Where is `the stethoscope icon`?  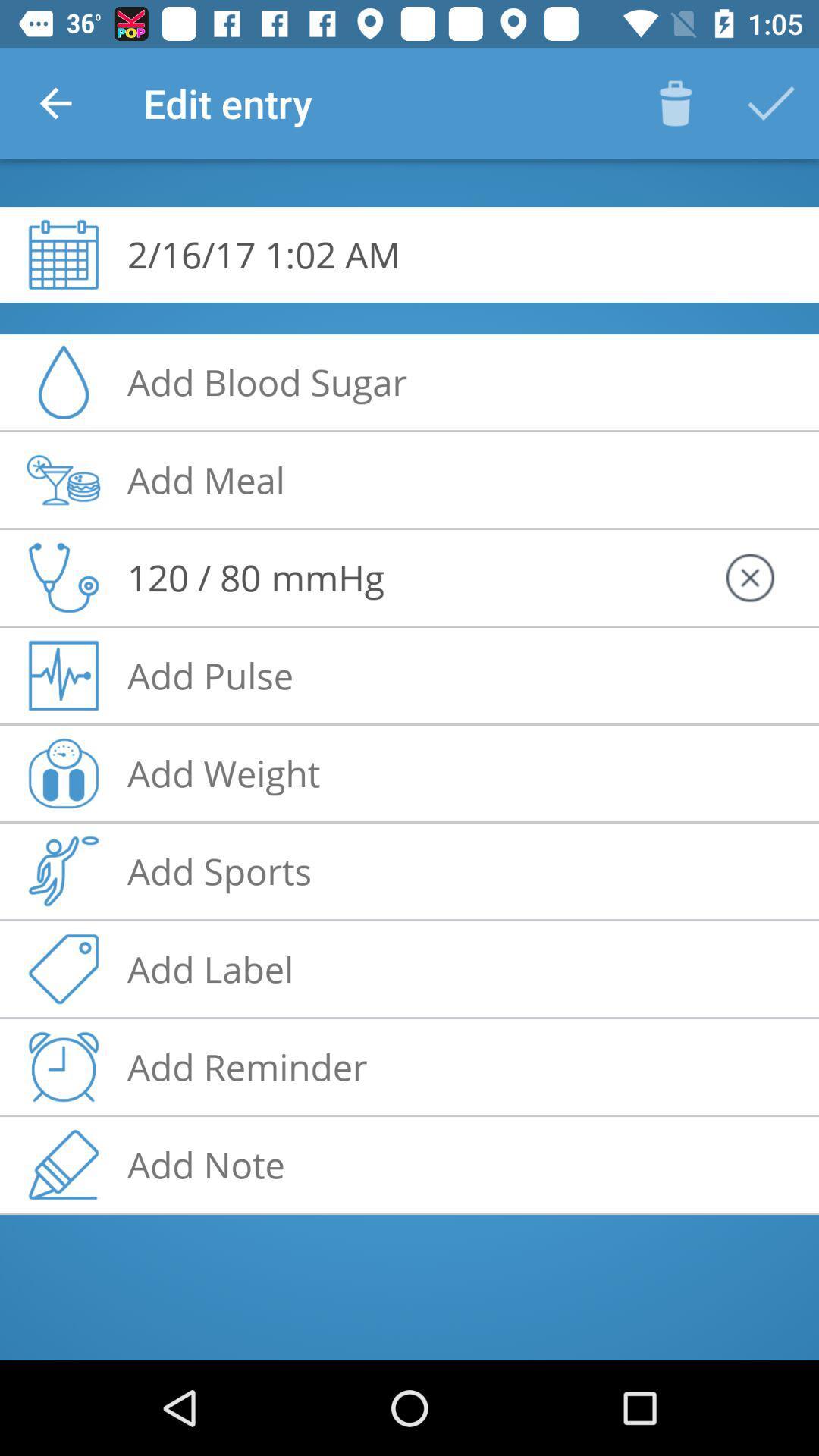
the stethoscope icon is located at coordinates (63, 577).